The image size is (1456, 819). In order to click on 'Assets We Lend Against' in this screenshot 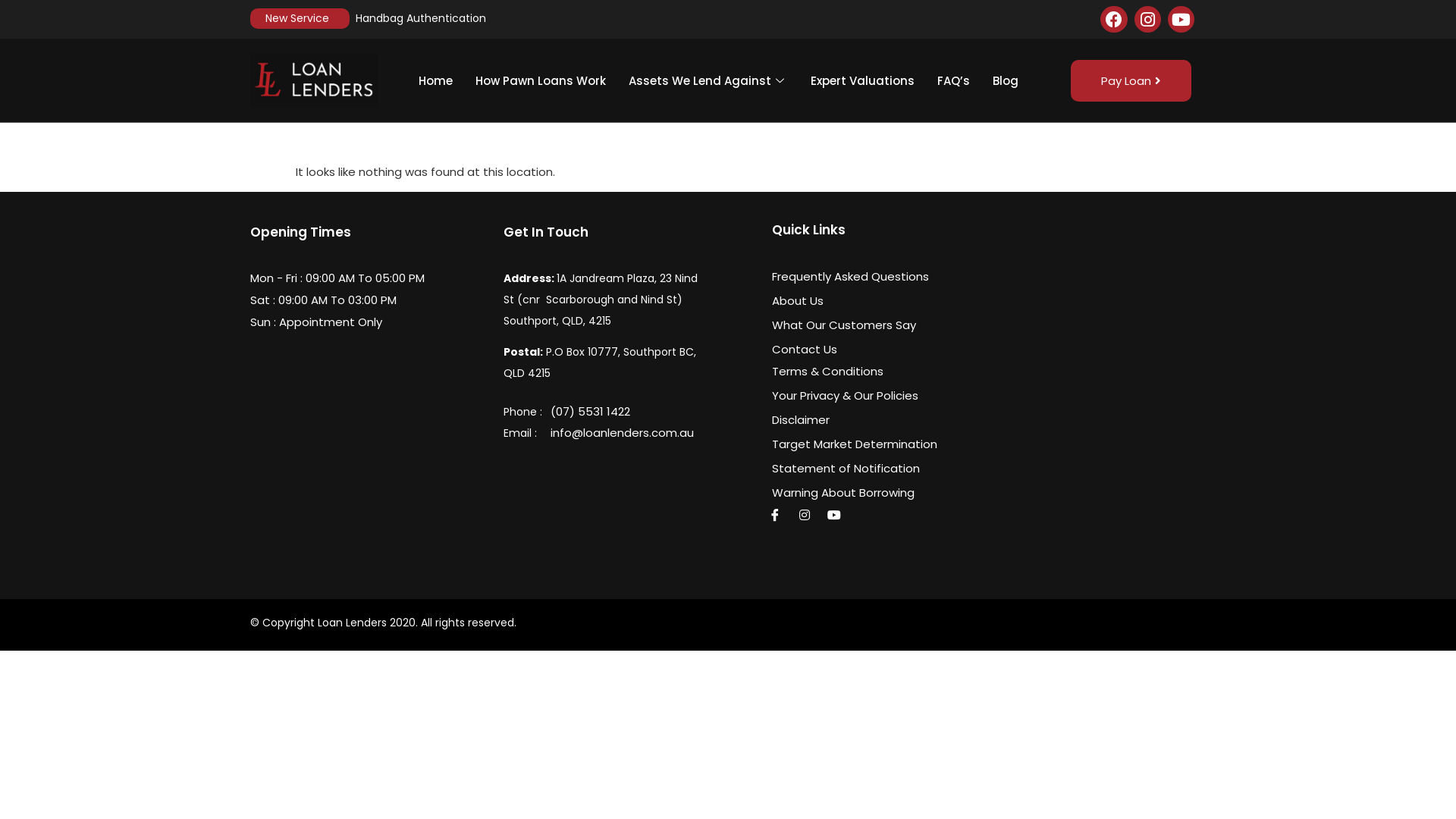, I will do `click(708, 80)`.